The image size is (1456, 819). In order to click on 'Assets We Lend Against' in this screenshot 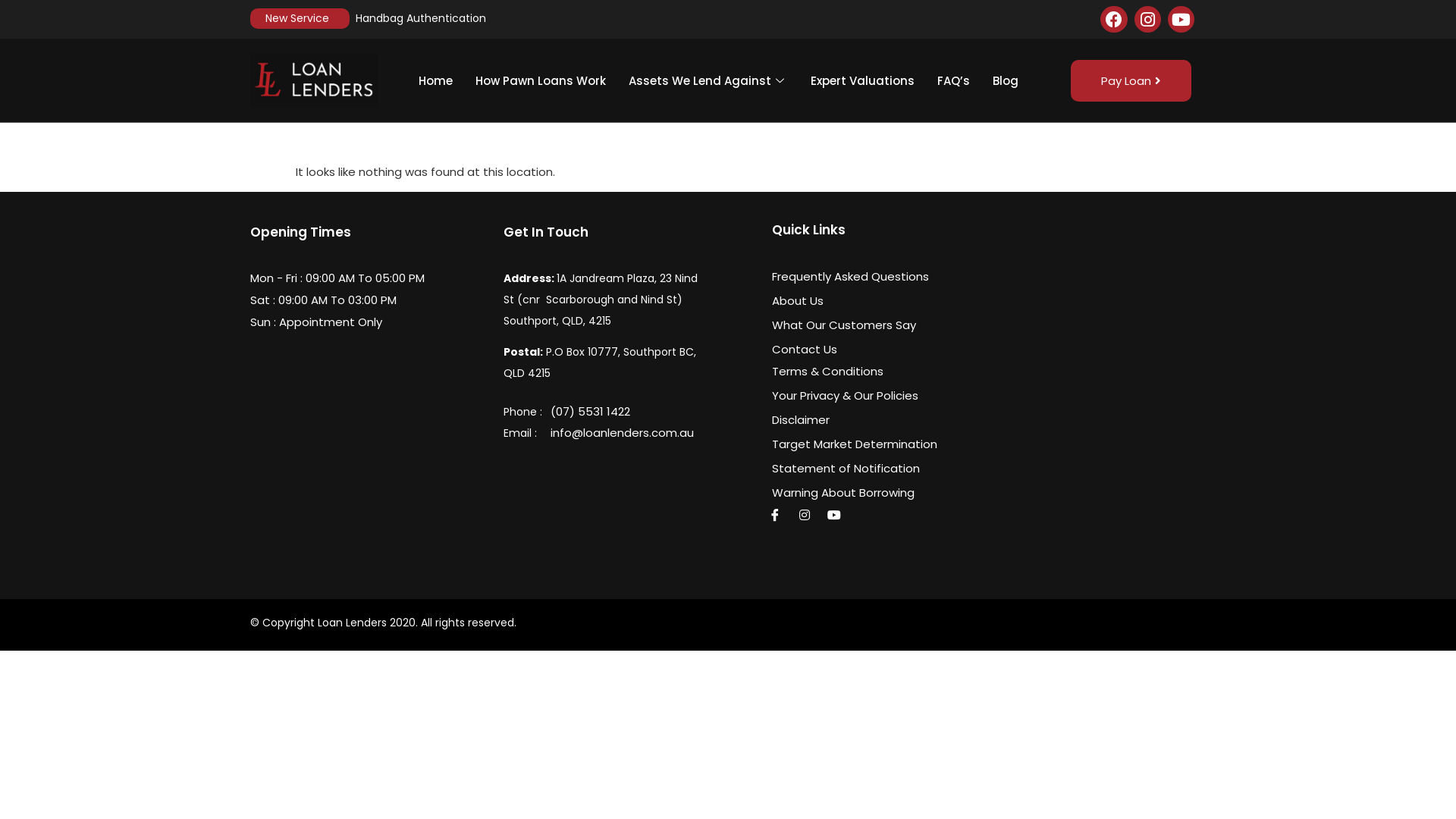, I will do `click(708, 80)`.